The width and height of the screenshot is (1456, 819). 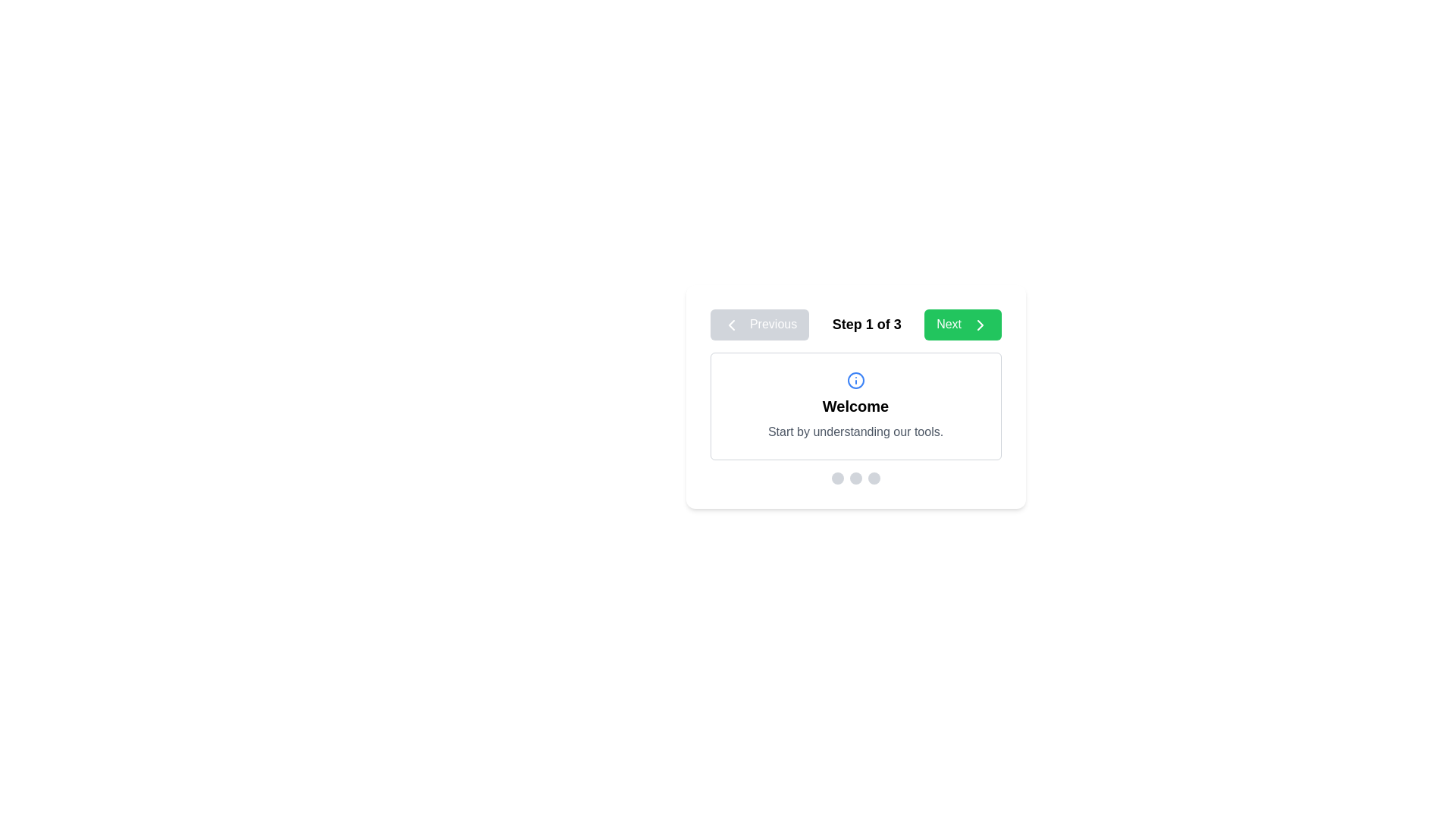 What do you see at coordinates (867, 324) in the screenshot?
I see `the bold text 'Step 1 of 3' located in the header section of the navigation interface, which is centrally placed between the 'Previous' and 'Next' buttons` at bounding box center [867, 324].